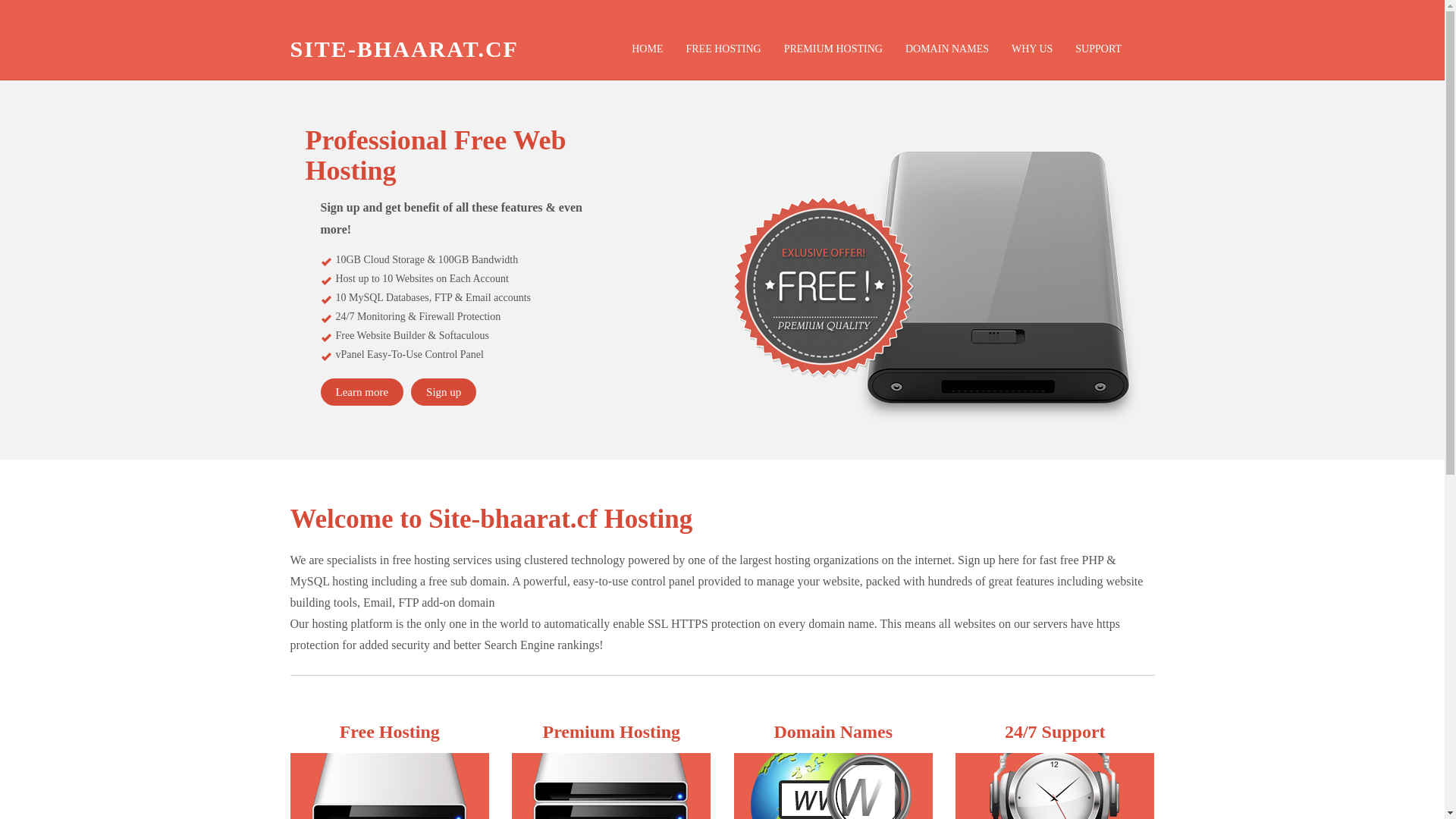  I want to click on 'SUPPORT', so click(1062, 49).